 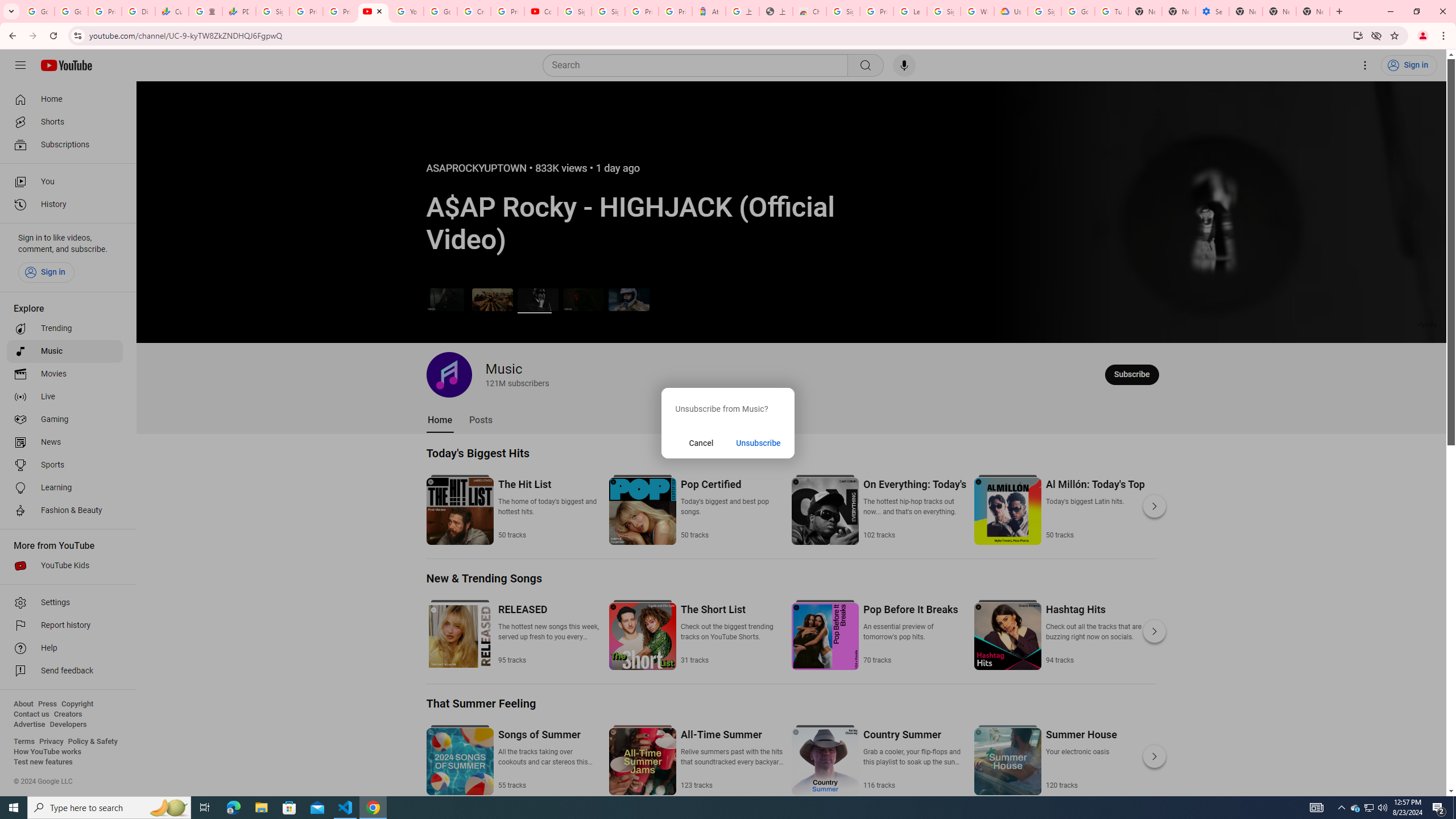 What do you see at coordinates (171, 11) in the screenshot?
I see `'Currencies - Google Finance'` at bounding box center [171, 11].